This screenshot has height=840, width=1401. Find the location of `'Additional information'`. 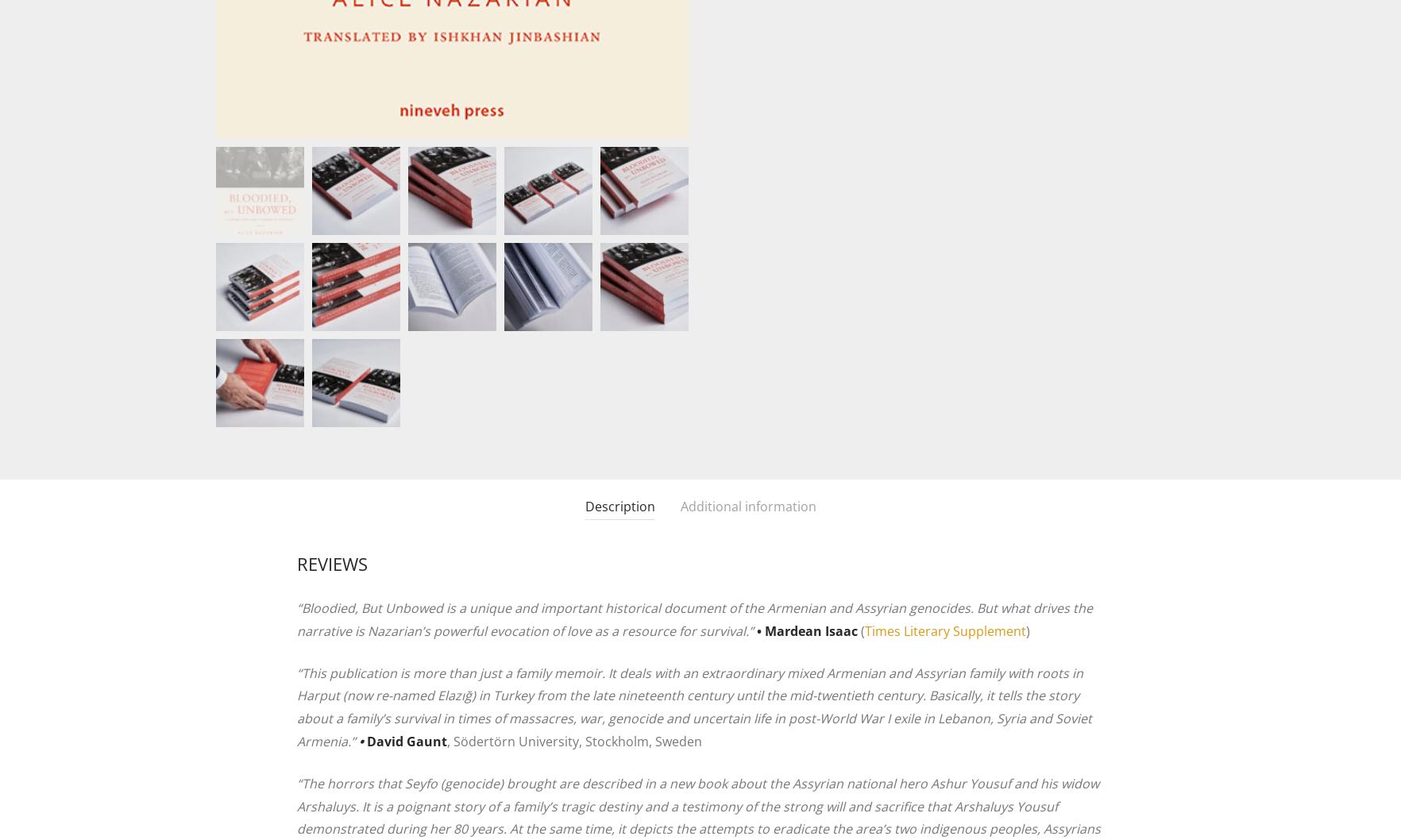

'Additional information' is located at coordinates (747, 505).